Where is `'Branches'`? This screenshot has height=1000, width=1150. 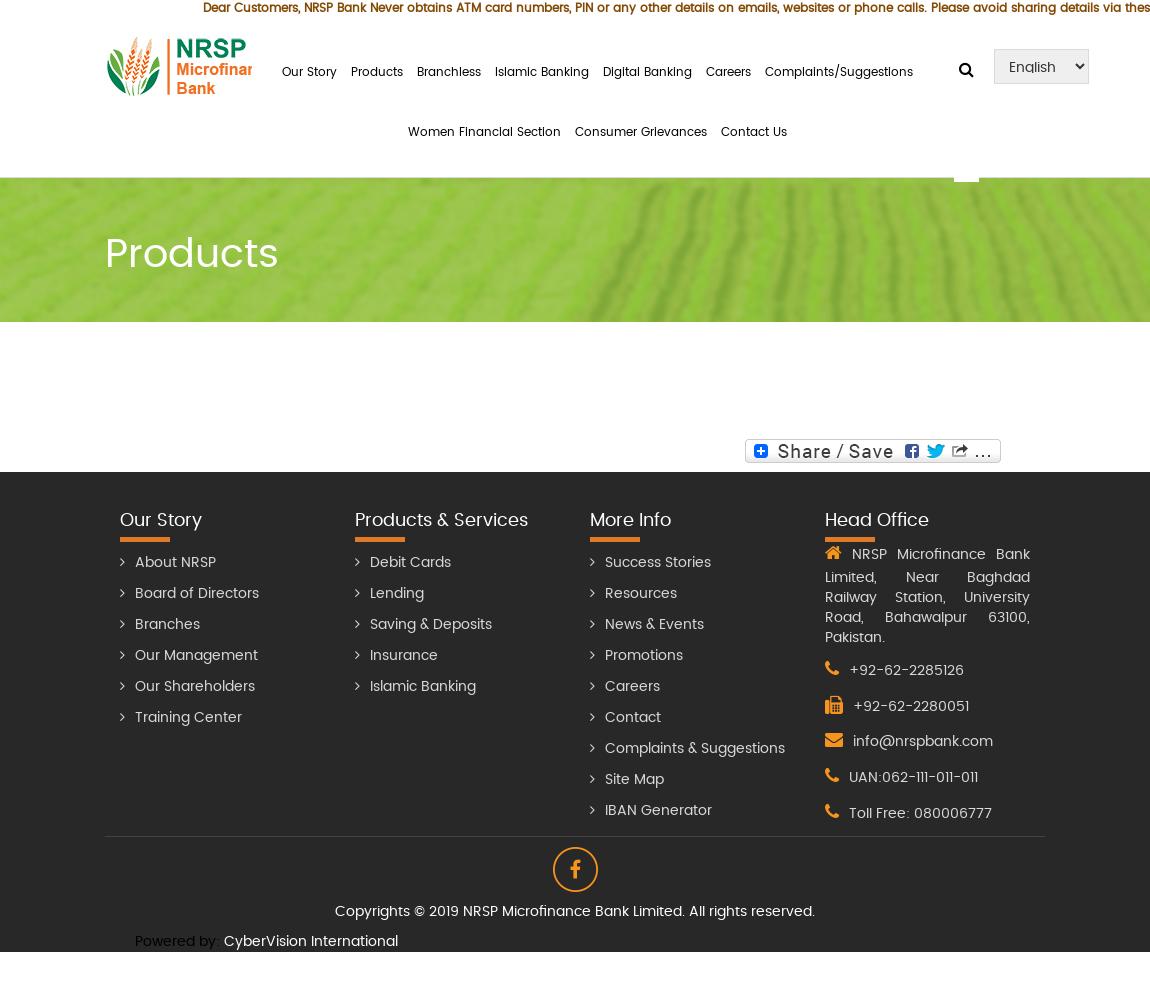
'Branches' is located at coordinates (134, 623).